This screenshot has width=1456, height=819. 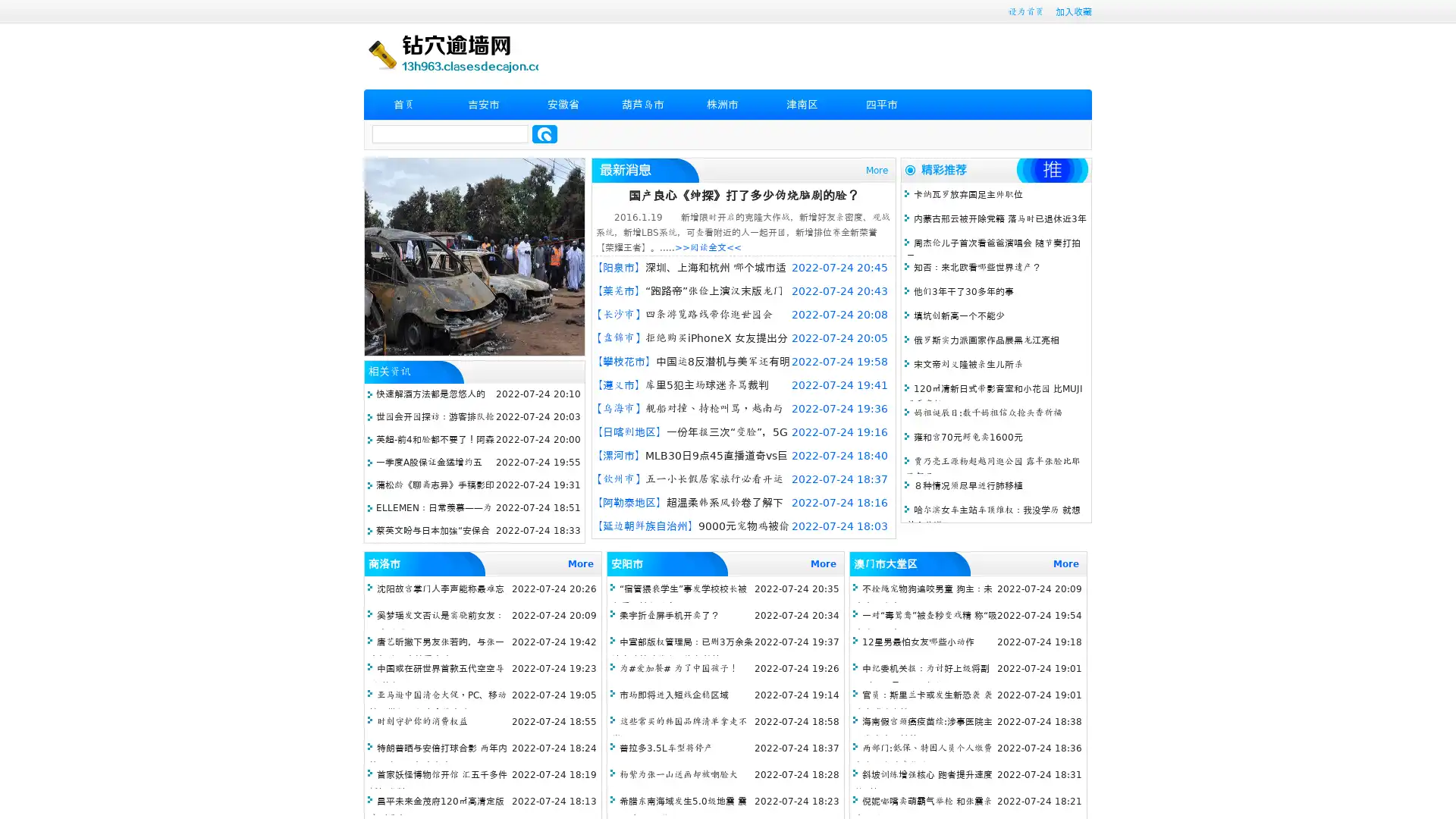 What do you see at coordinates (544, 133) in the screenshot?
I see `Search` at bounding box center [544, 133].